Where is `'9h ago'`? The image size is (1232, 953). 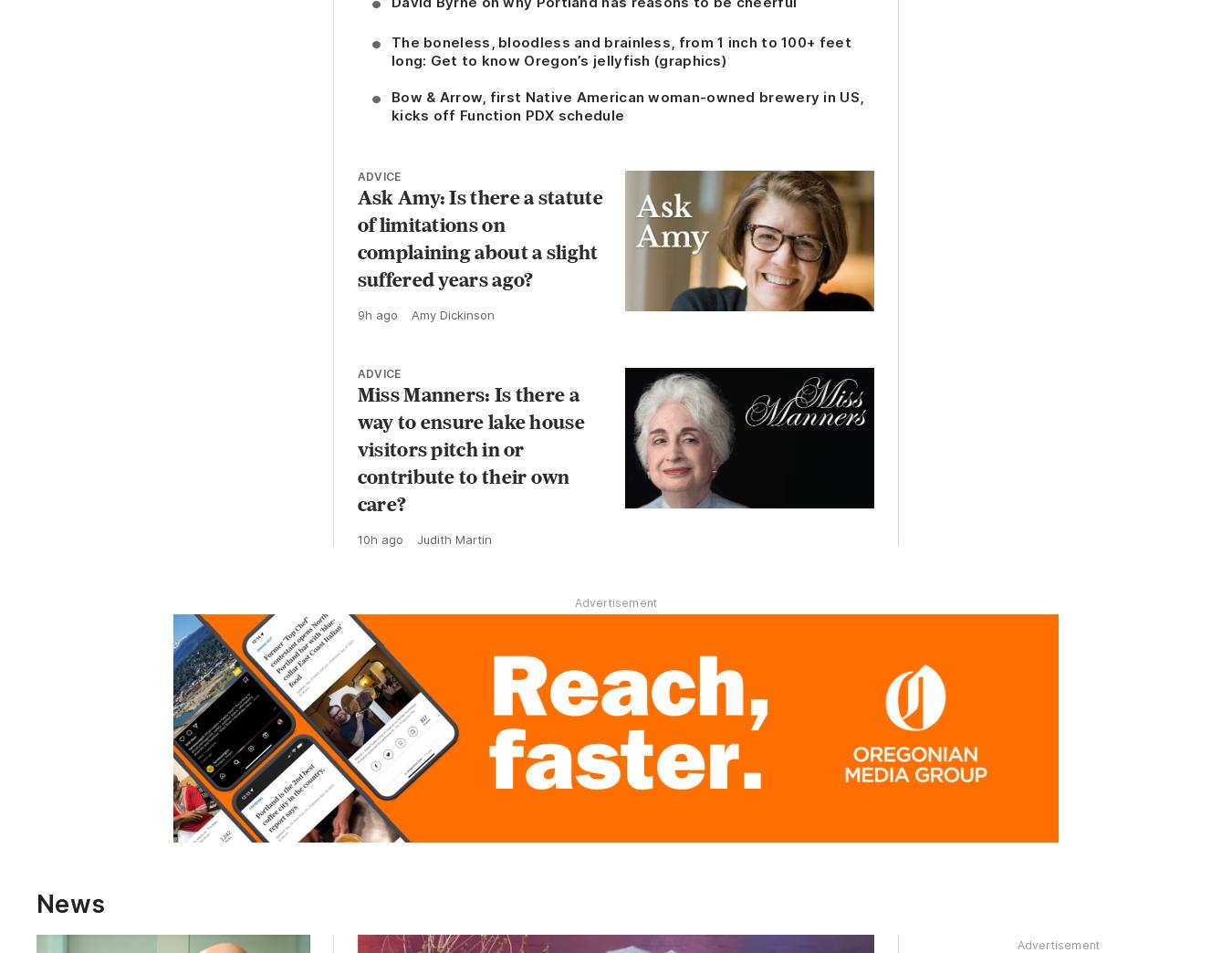
'9h ago' is located at coordinates (376, 315).